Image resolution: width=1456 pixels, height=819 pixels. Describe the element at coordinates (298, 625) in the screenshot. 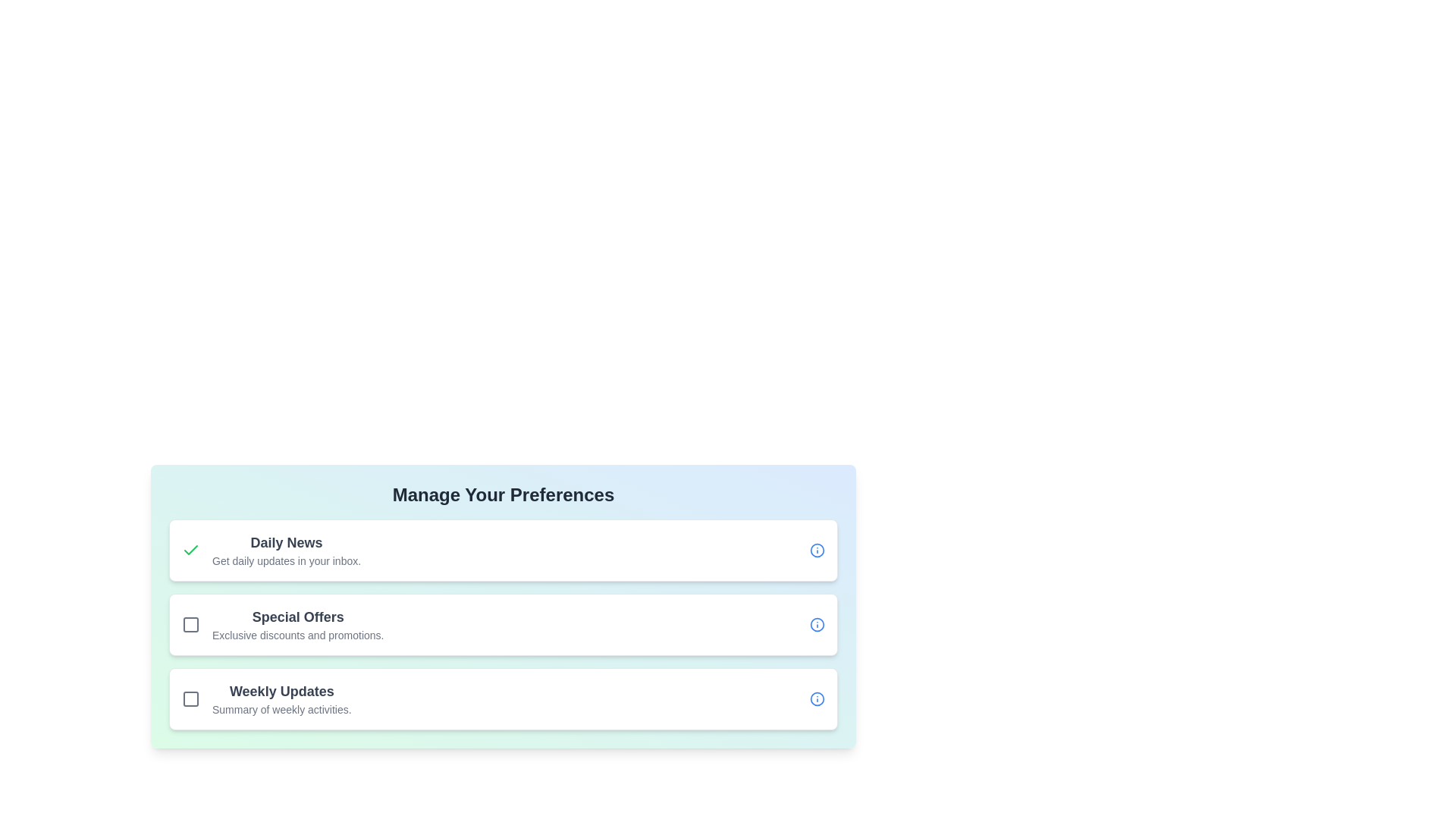

I see `the Text block that serves as a label for special offers and promotions, located between 'Daily News' and 'Weekly Updates' in a bordered and rounded background area` at that location.